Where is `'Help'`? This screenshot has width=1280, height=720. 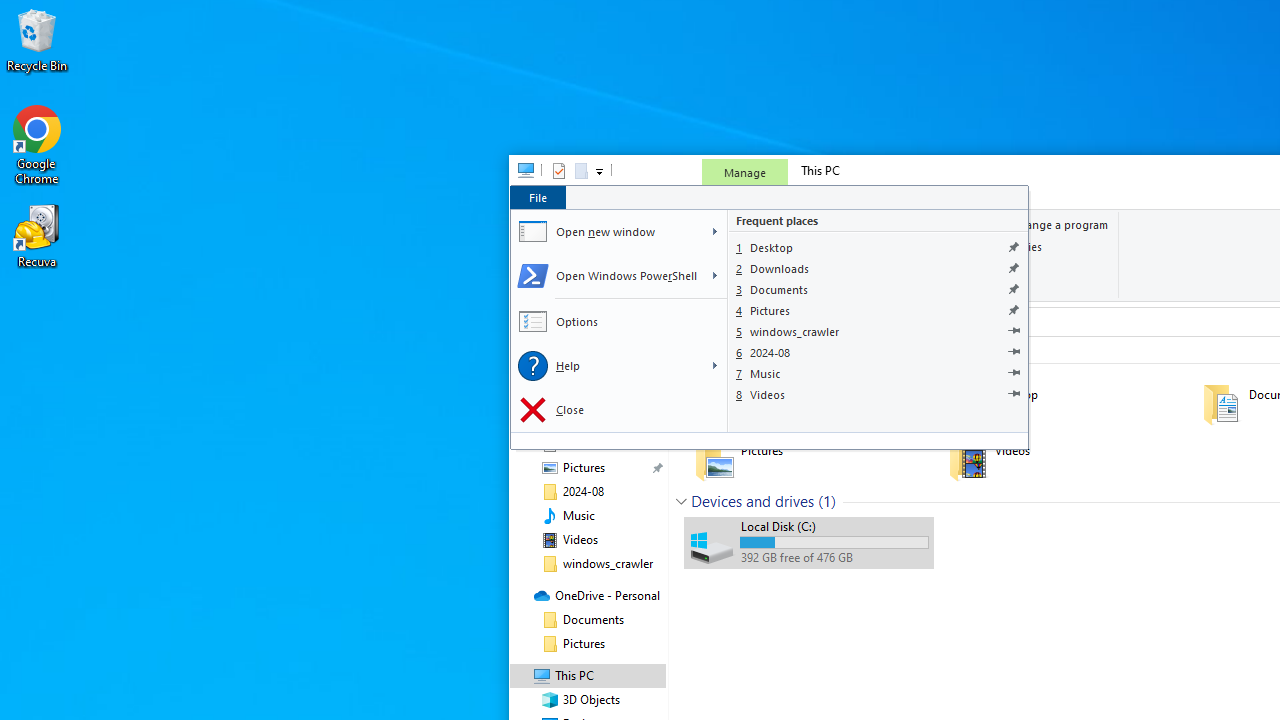 'Help' is located at coordinates (605, 366).